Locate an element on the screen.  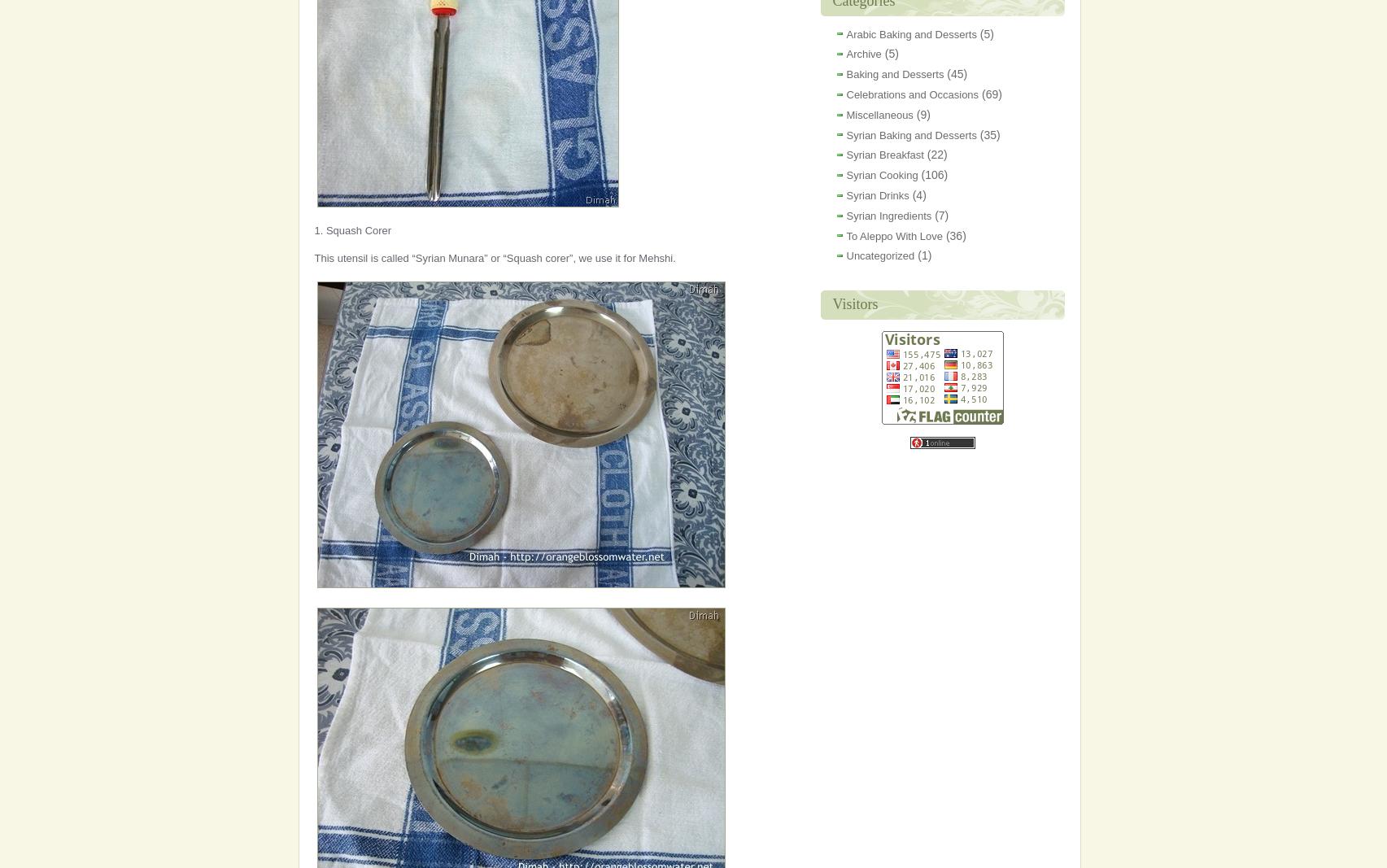
'Miscellaneous' is located at coordinates (878, 113).